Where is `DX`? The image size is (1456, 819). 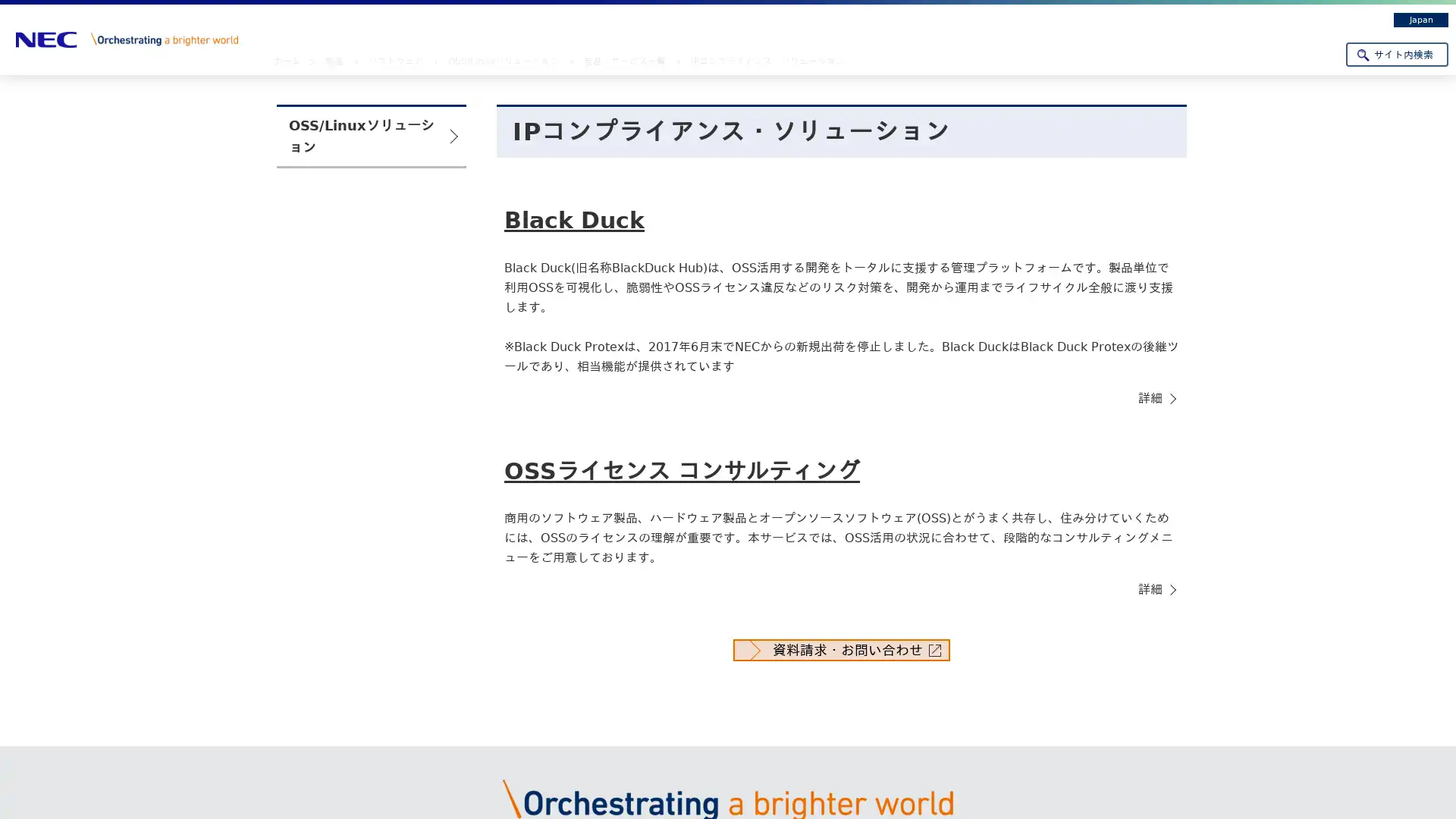
DX is located at coordinates (870, 55).